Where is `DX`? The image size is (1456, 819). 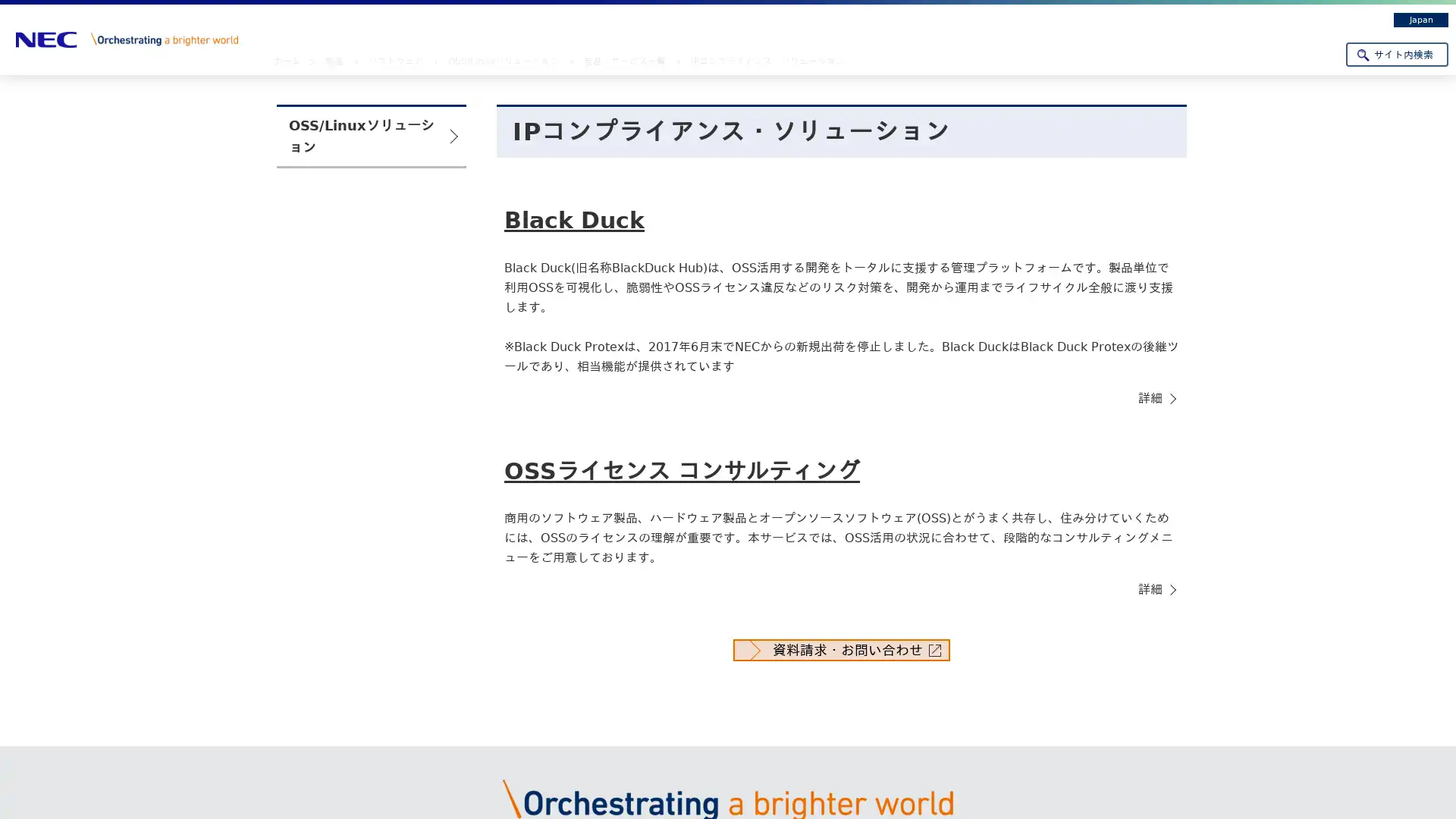
DX is located at coordinates (870, 55).